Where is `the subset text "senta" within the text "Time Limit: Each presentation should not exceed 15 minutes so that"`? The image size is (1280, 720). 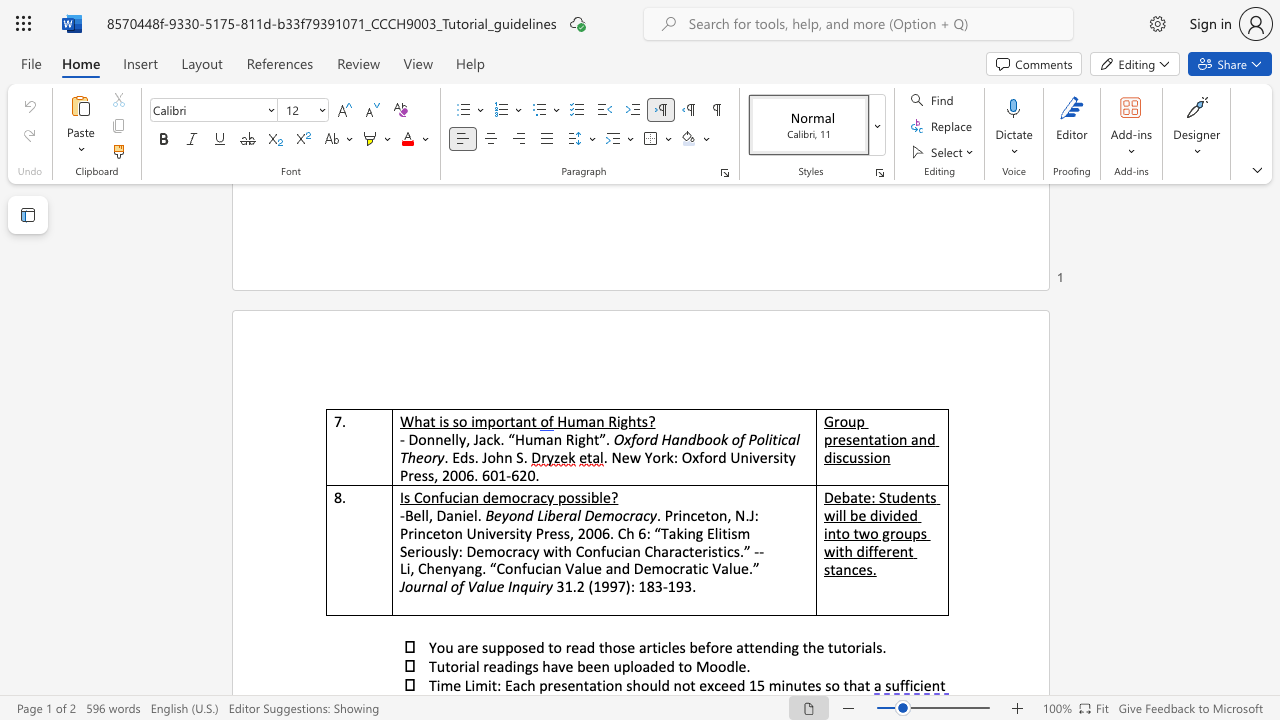
the subset text "senta" within the text "Time Limit: Each presentation should not exceed 15 minutes so that" is located at coordinates (560, 684).